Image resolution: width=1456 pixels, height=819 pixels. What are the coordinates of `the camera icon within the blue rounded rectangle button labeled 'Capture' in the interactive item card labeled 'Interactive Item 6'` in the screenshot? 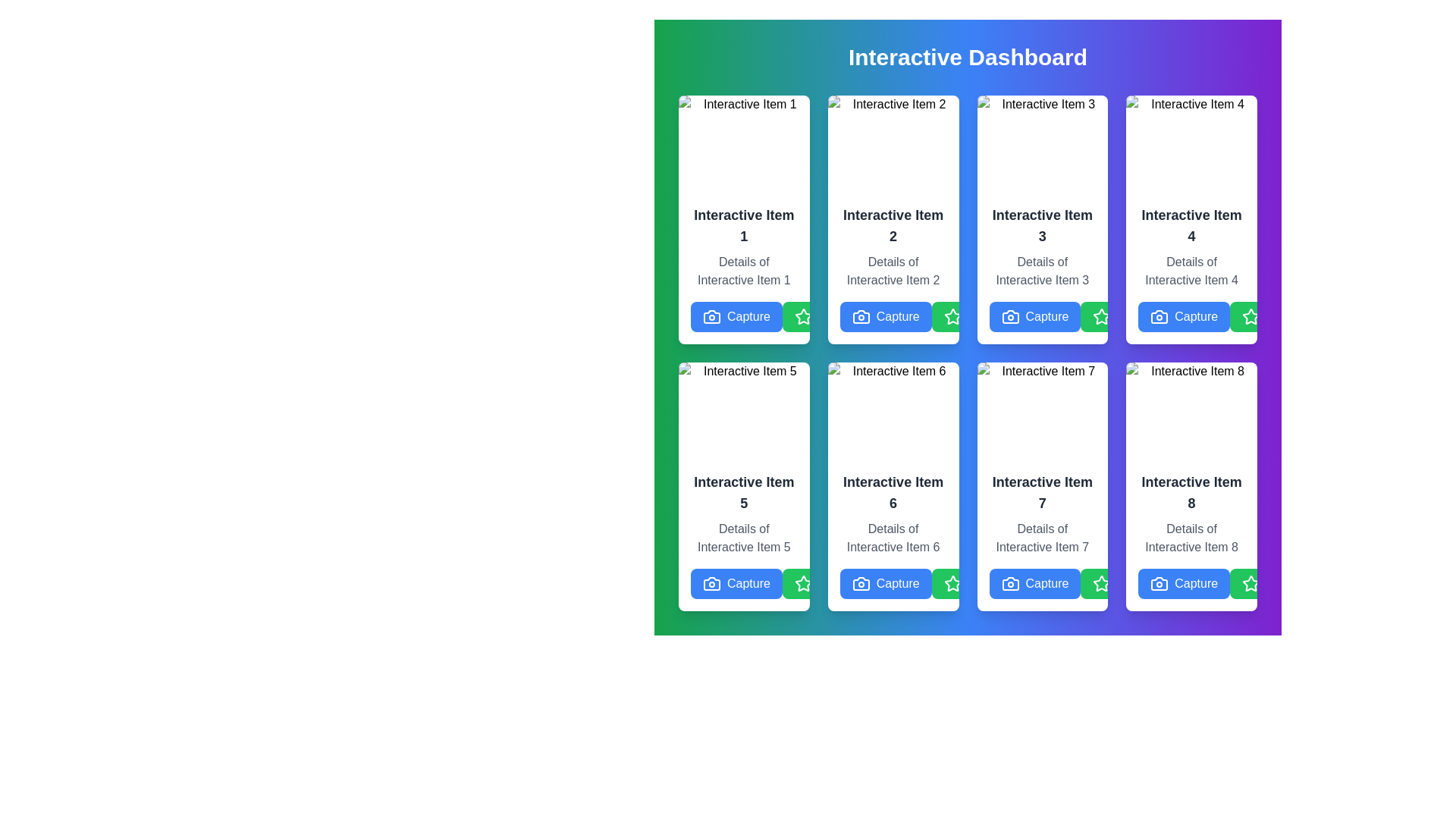 It's located at (861, 583).